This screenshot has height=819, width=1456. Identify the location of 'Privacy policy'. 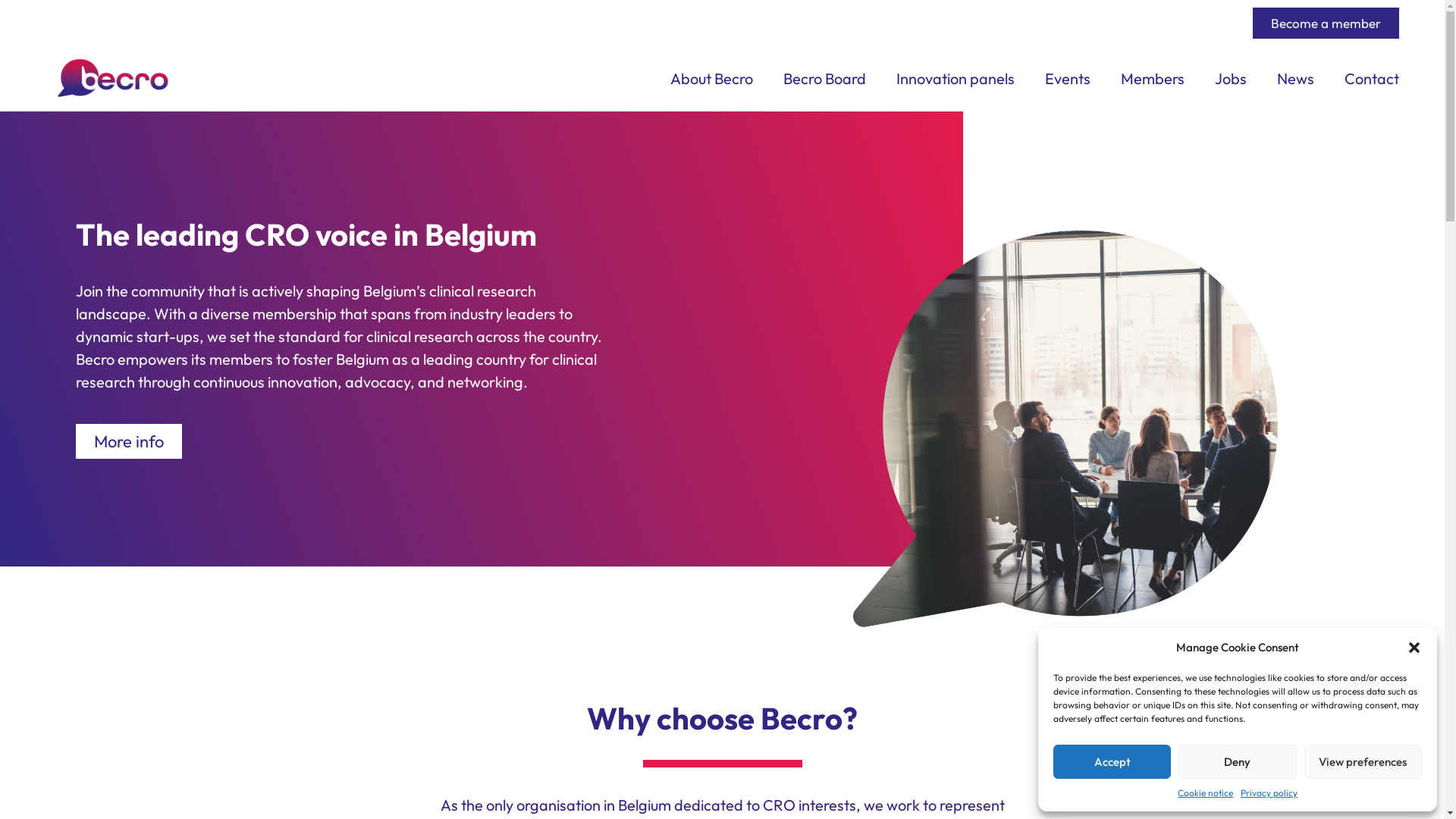
(1241, 792).